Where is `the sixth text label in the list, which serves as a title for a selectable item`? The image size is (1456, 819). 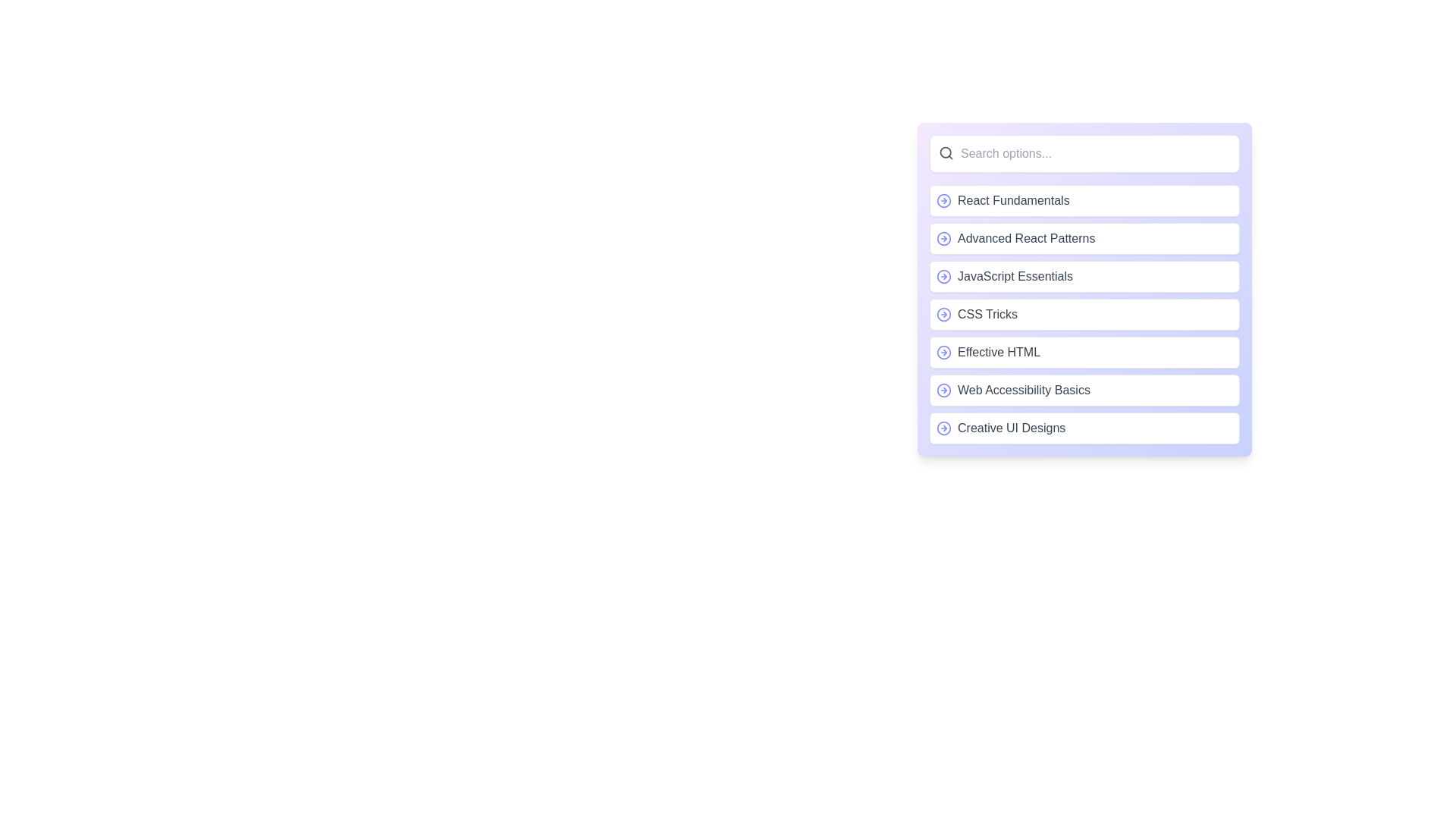
the sixth text label in the list, which serves as a title for a selectable item is located at coordinates (1024, 390).